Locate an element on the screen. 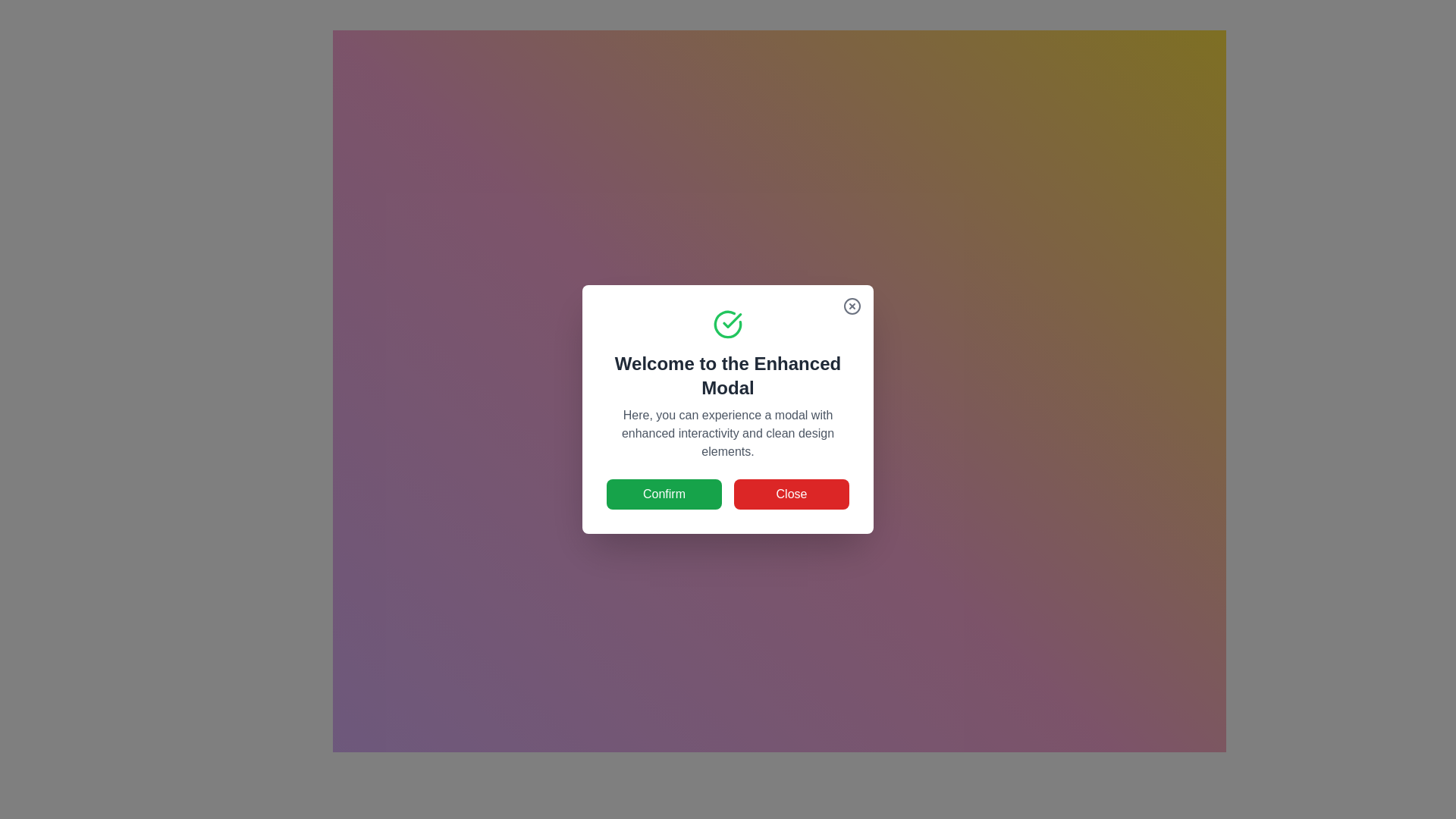 This screenshot has width=1456, height=819. the green 'Confirm' button with rounded corners that is located within a modal box, positioned to the left of a red 'Close' button is located at coordinates (664, 494).